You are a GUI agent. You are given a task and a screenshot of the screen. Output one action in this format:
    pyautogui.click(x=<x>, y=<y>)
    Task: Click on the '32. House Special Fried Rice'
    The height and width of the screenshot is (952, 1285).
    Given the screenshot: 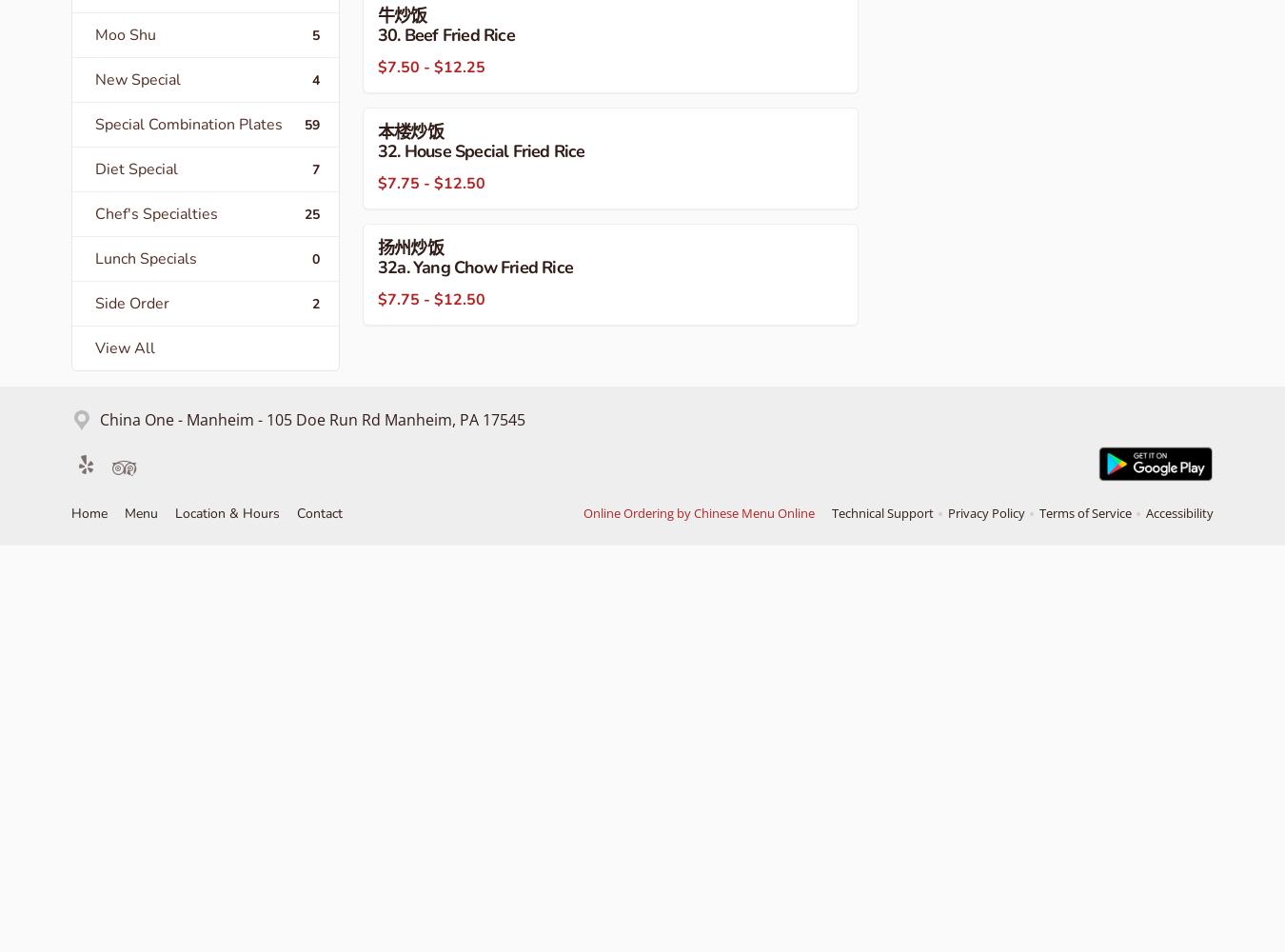 What is the action you would take?
    pyautogui.click(x=480, y=151)
    